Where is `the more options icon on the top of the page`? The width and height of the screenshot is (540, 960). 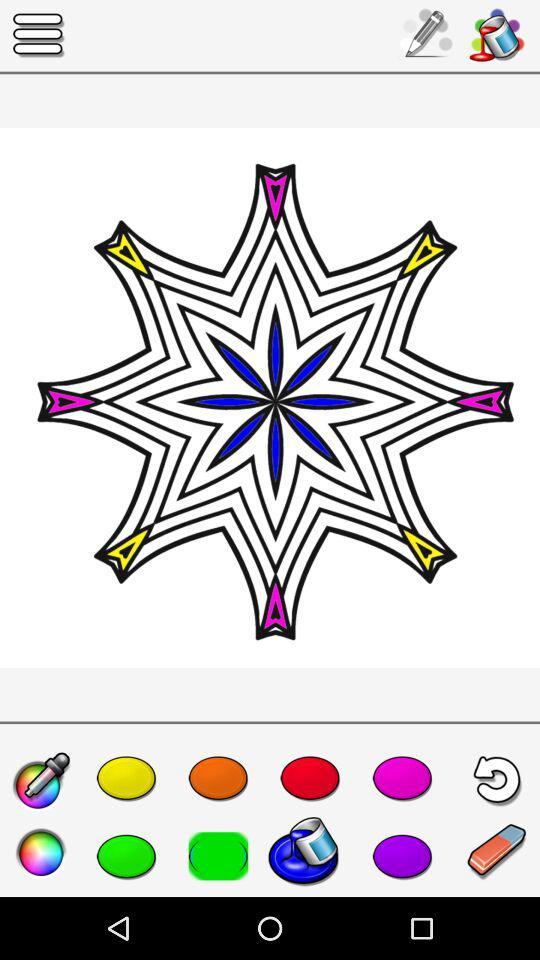
the more options icon on the top of the page is located at coordinates (39, 35).